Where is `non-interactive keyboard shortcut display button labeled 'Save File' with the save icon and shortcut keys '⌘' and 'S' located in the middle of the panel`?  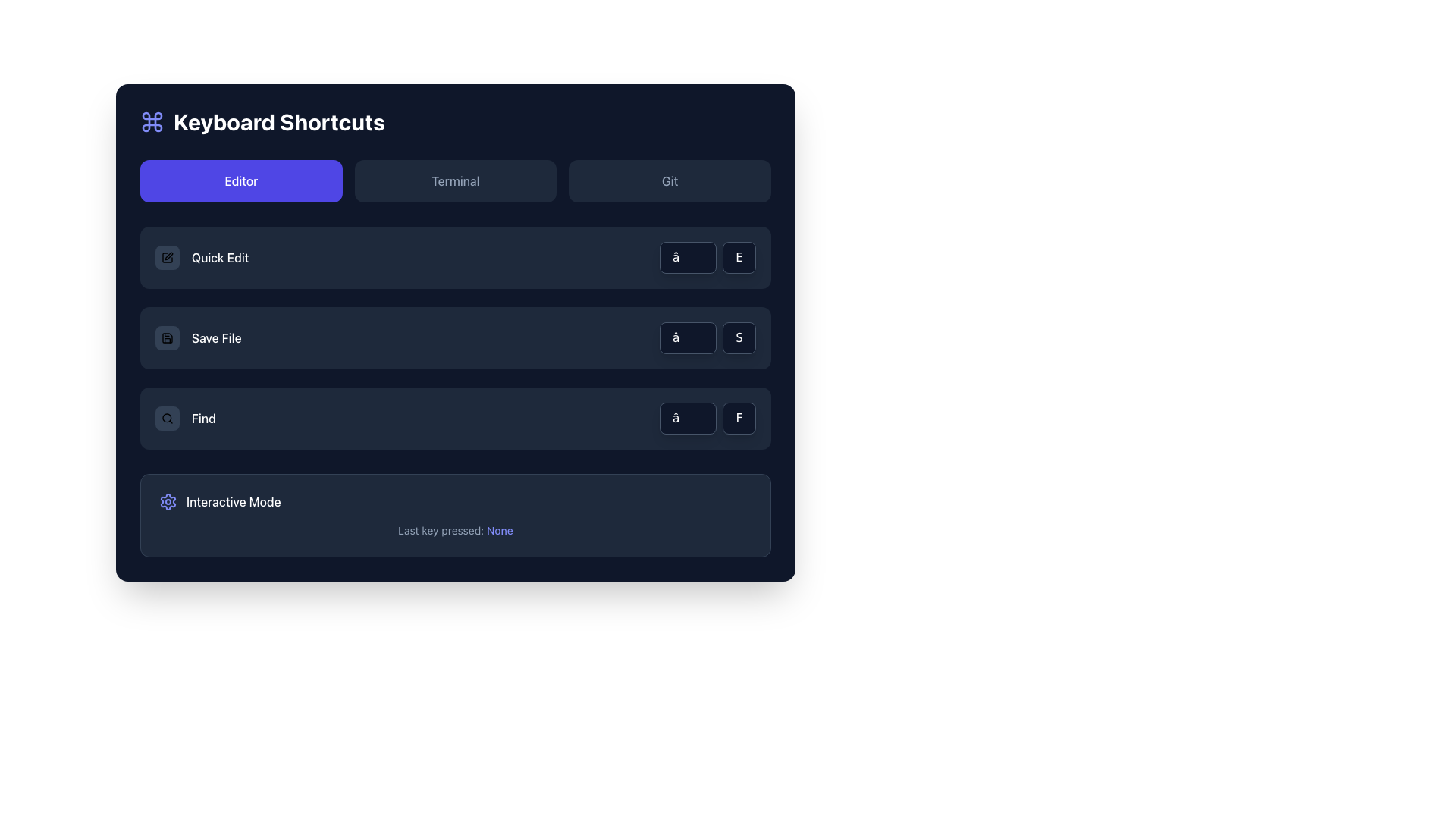
non-interactive keyboard shortcut display button labeled 'Save File' with the save icon and shortcut keys '⌘' and 'S' located in the middle of the panel is located at coordinates (454, 337).